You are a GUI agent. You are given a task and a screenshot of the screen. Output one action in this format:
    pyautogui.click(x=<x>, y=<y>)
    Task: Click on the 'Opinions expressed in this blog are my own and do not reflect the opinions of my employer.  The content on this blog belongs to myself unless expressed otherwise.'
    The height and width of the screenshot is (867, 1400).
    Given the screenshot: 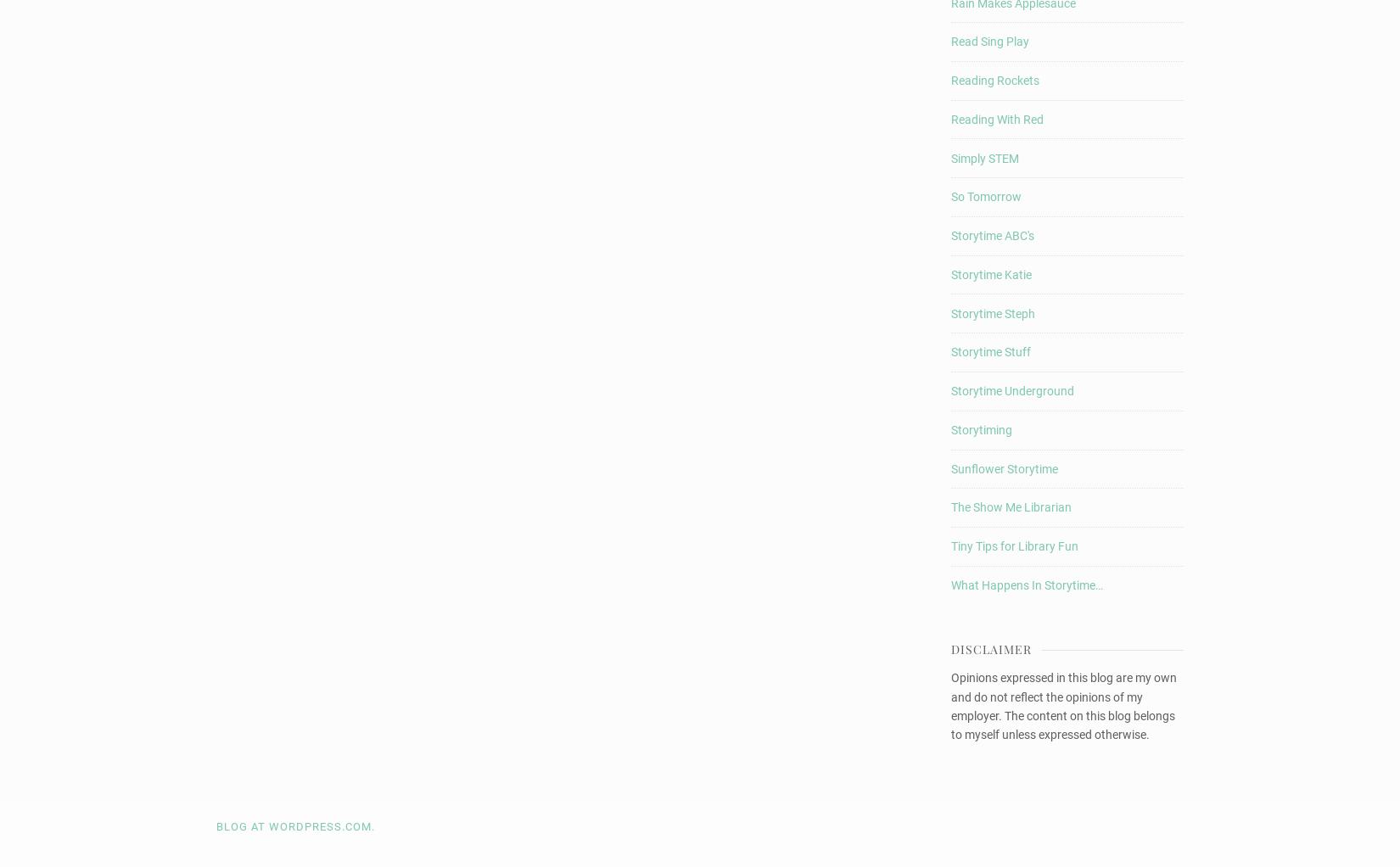 What is the action you would take?
    pyautogui.click(x=1063, y=705)
    